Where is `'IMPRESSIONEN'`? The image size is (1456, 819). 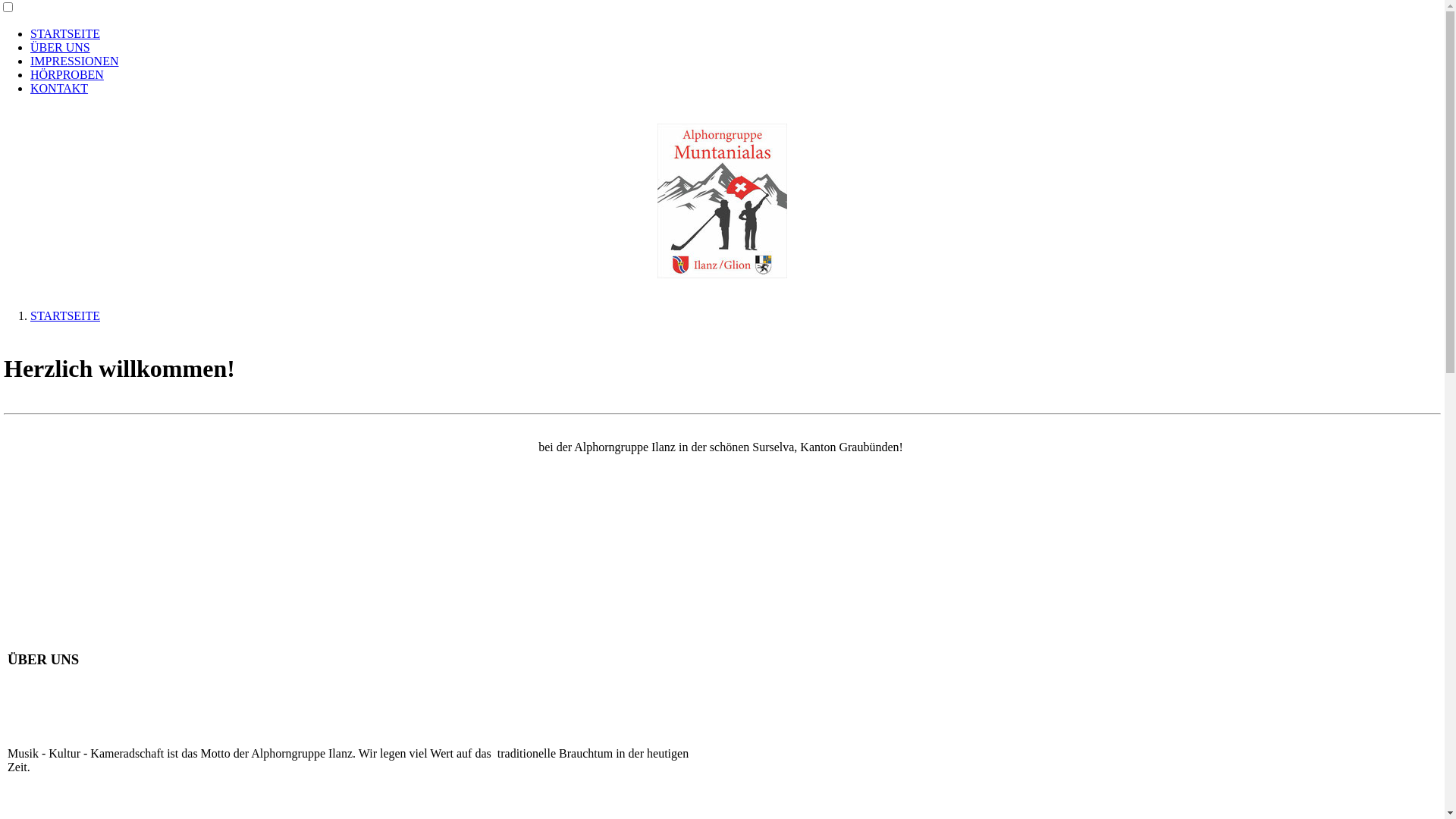
'IMPRESSIONEN' is located at coordinates (73, 60).